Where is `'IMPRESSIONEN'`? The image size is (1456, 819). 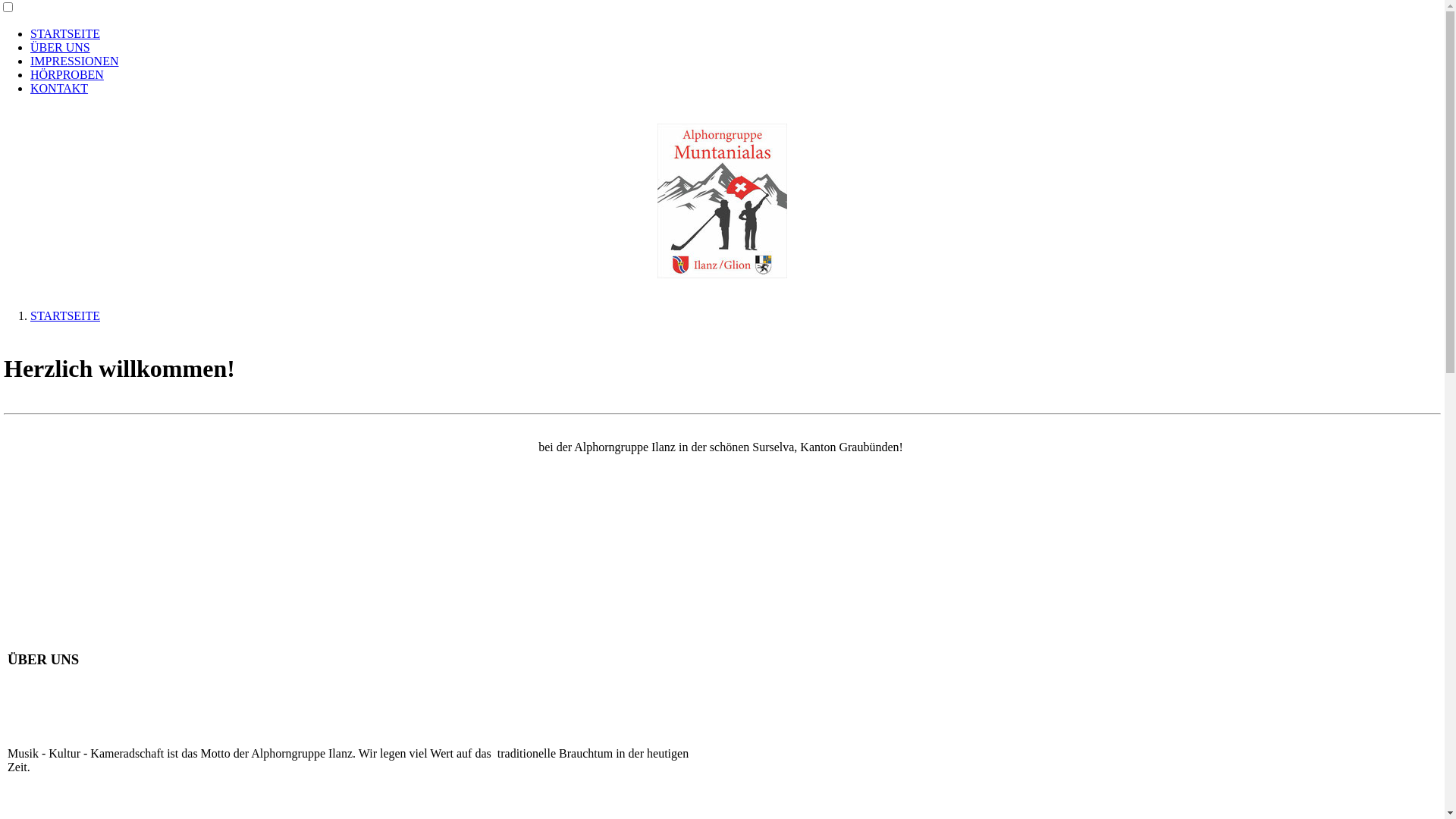
'IMPRESSIONEN' is located at coordinates (73, 60).